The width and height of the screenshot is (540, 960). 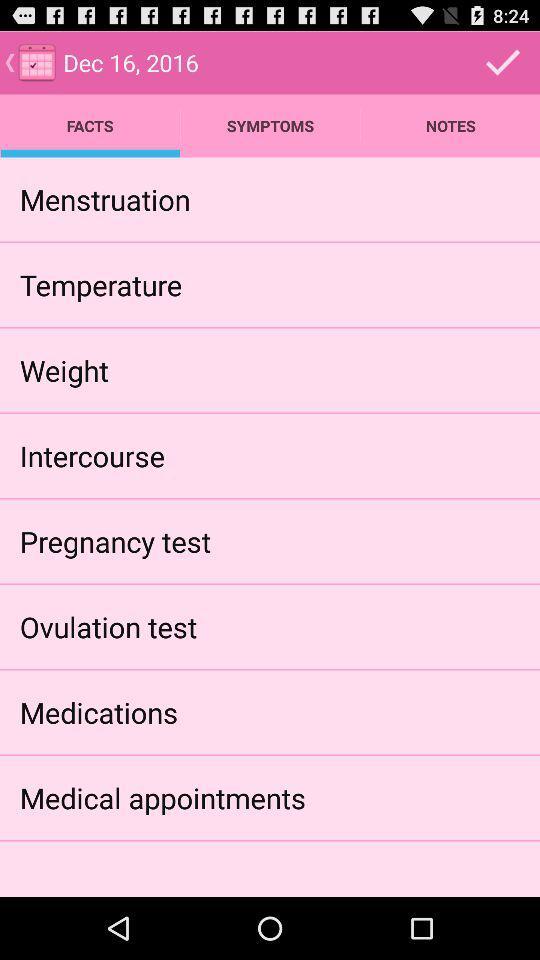 I want to click on tick mark on the top right corner of the screen, so click(x=502, y=63).